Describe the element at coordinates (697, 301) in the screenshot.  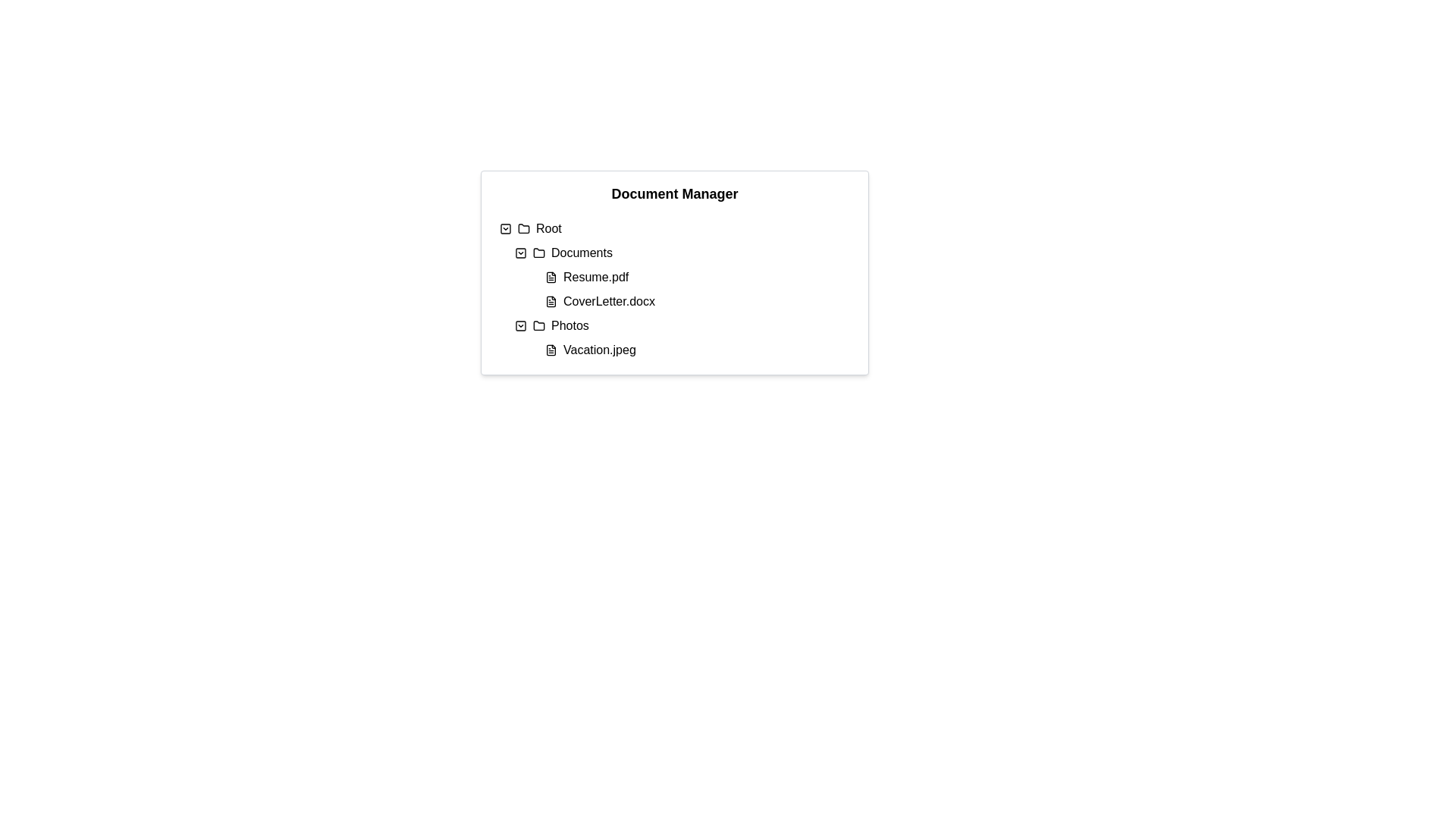
I see `the List item representing the file 'CoverLetter.docx' located in the 'Documents' folder section of the 'Document Manager' interface` at that location.